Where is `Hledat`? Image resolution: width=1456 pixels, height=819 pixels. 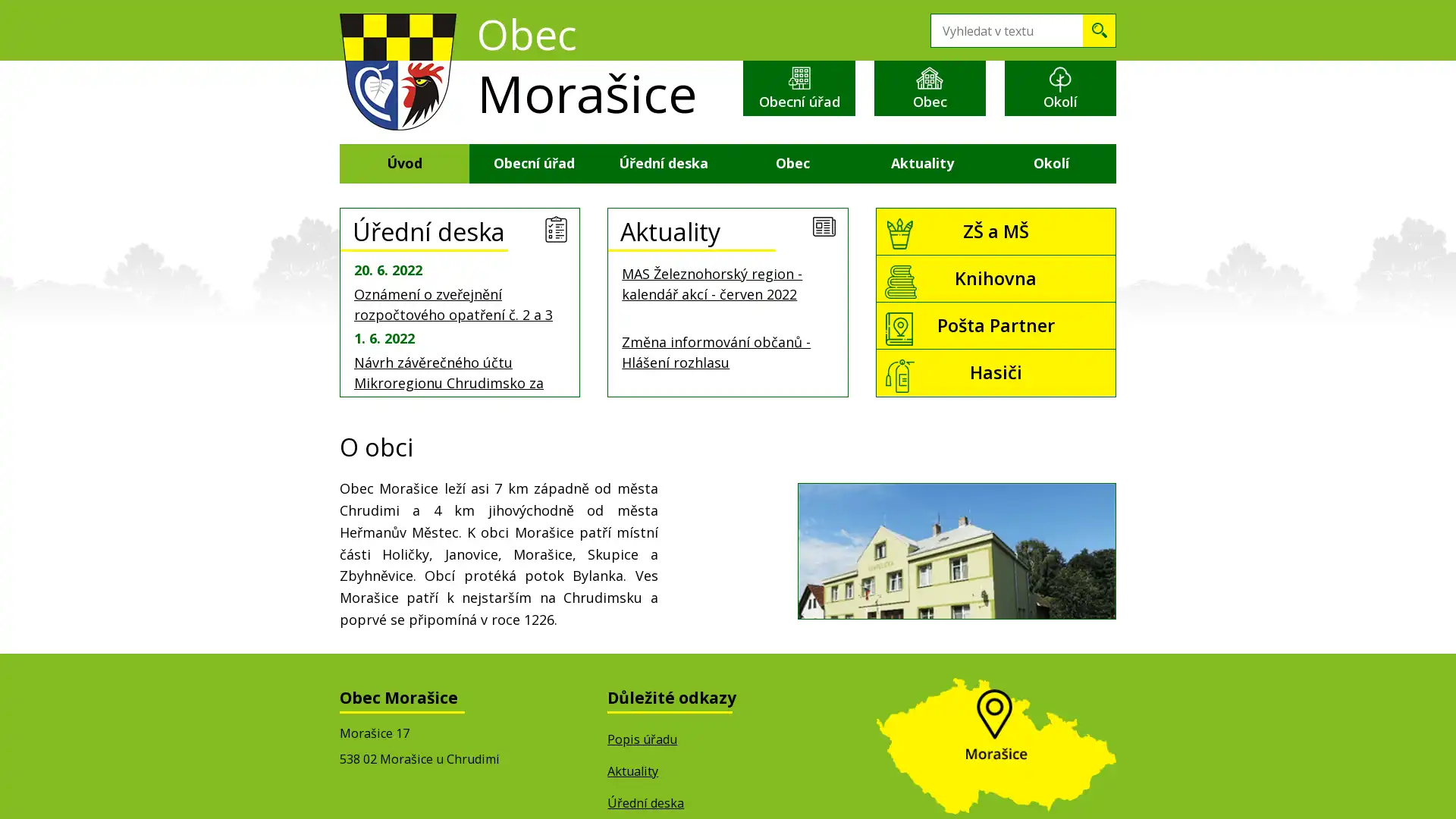
Hledat is located at coordinates (1099, 30).